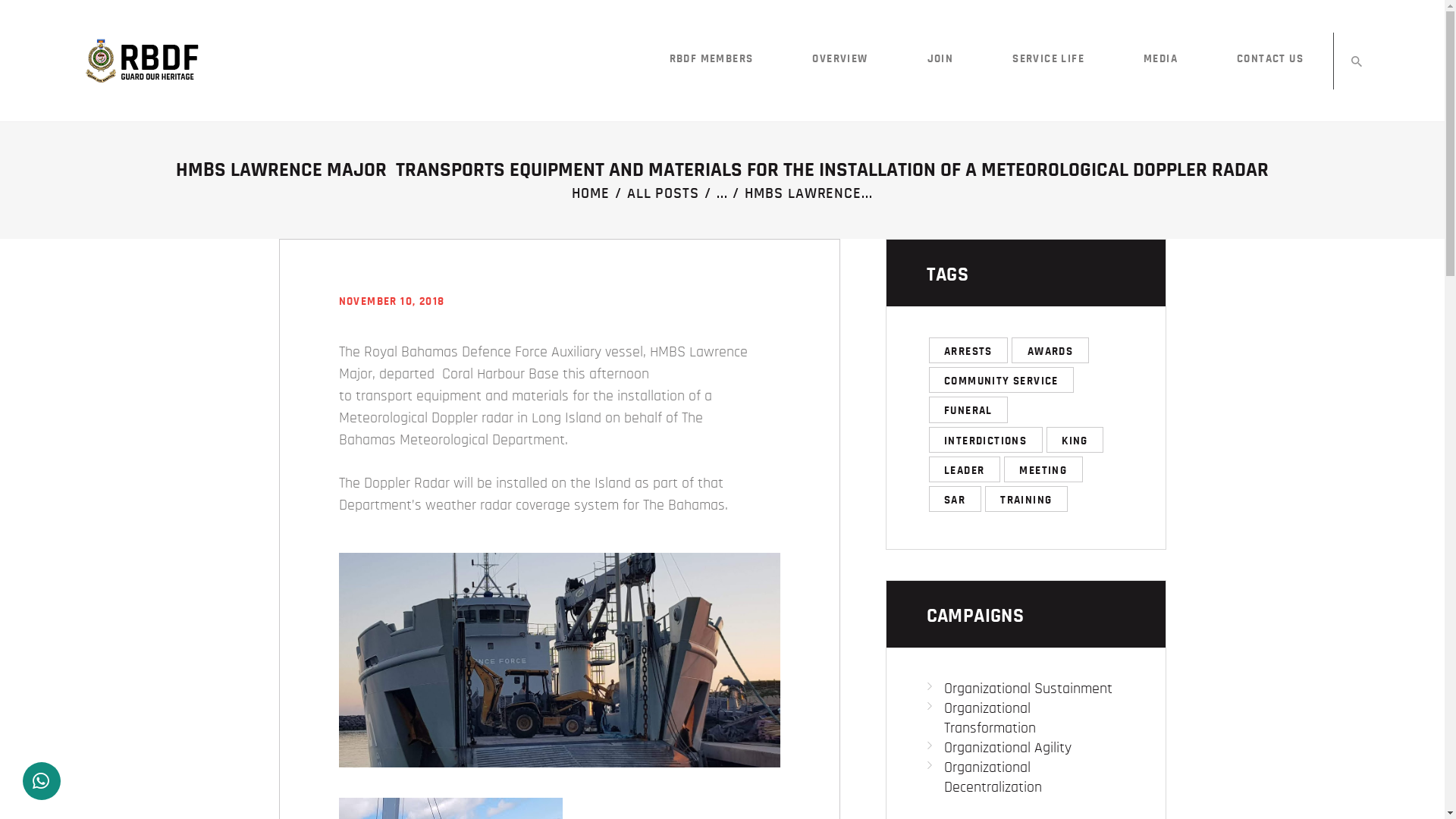 The width and height of the screenshot is (1456, 819). Describe the element at coordinates (711, 58) in the screenshot. I see `'RBDF MEMBERS'` at that location.